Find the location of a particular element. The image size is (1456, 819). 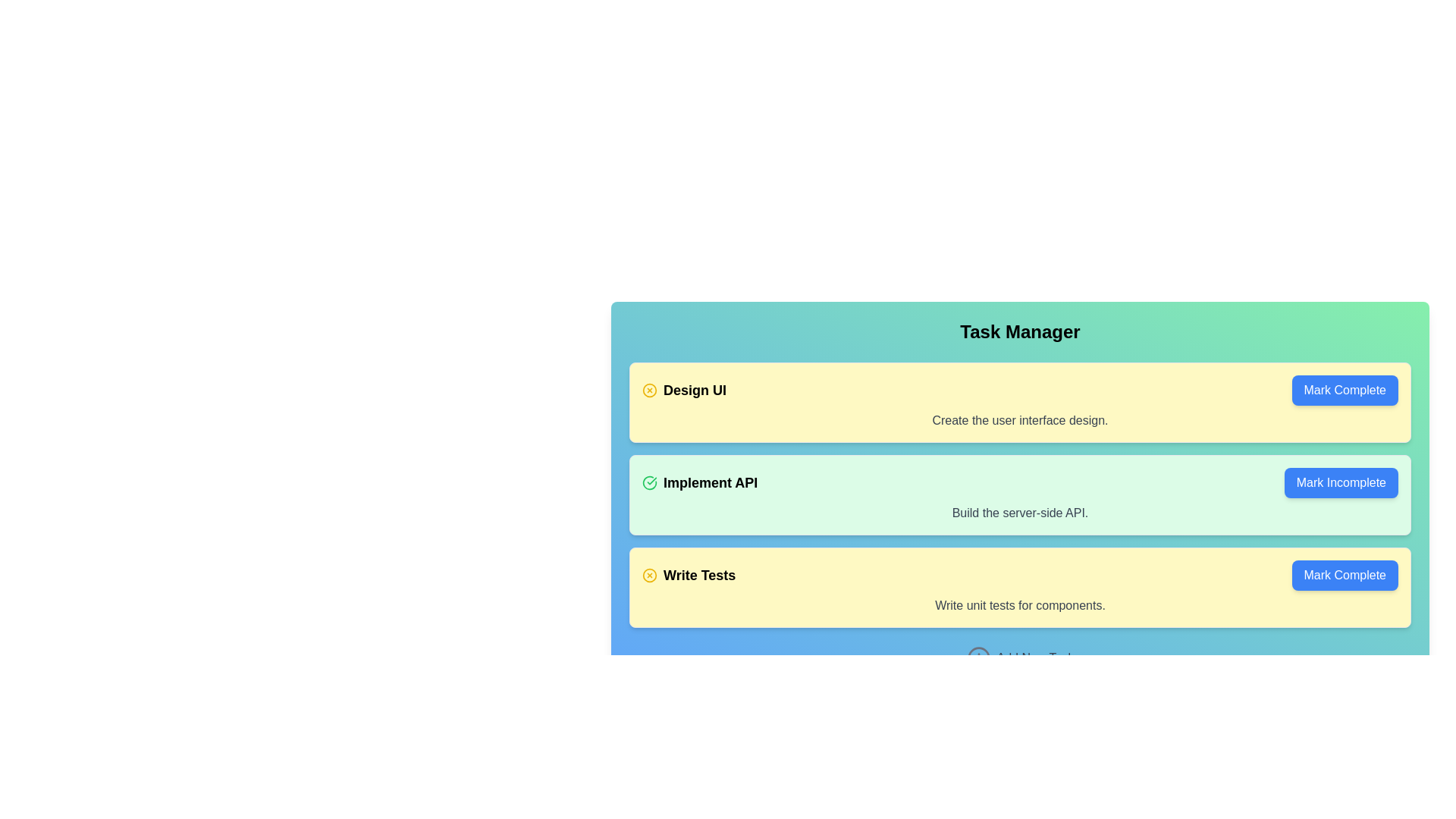

the status icon indicating task completion for the 'Implement API' task item, located on the left side of the list is located at coordinates (650, 482).